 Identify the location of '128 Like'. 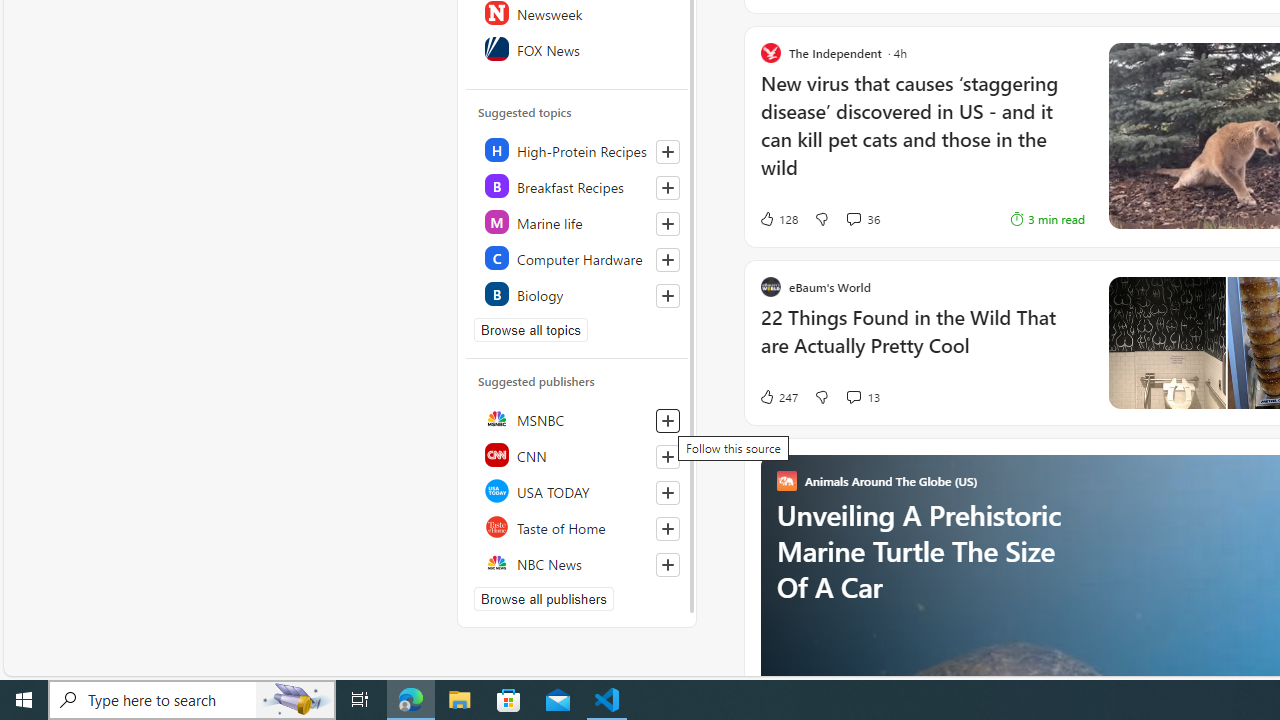
(777, 219).